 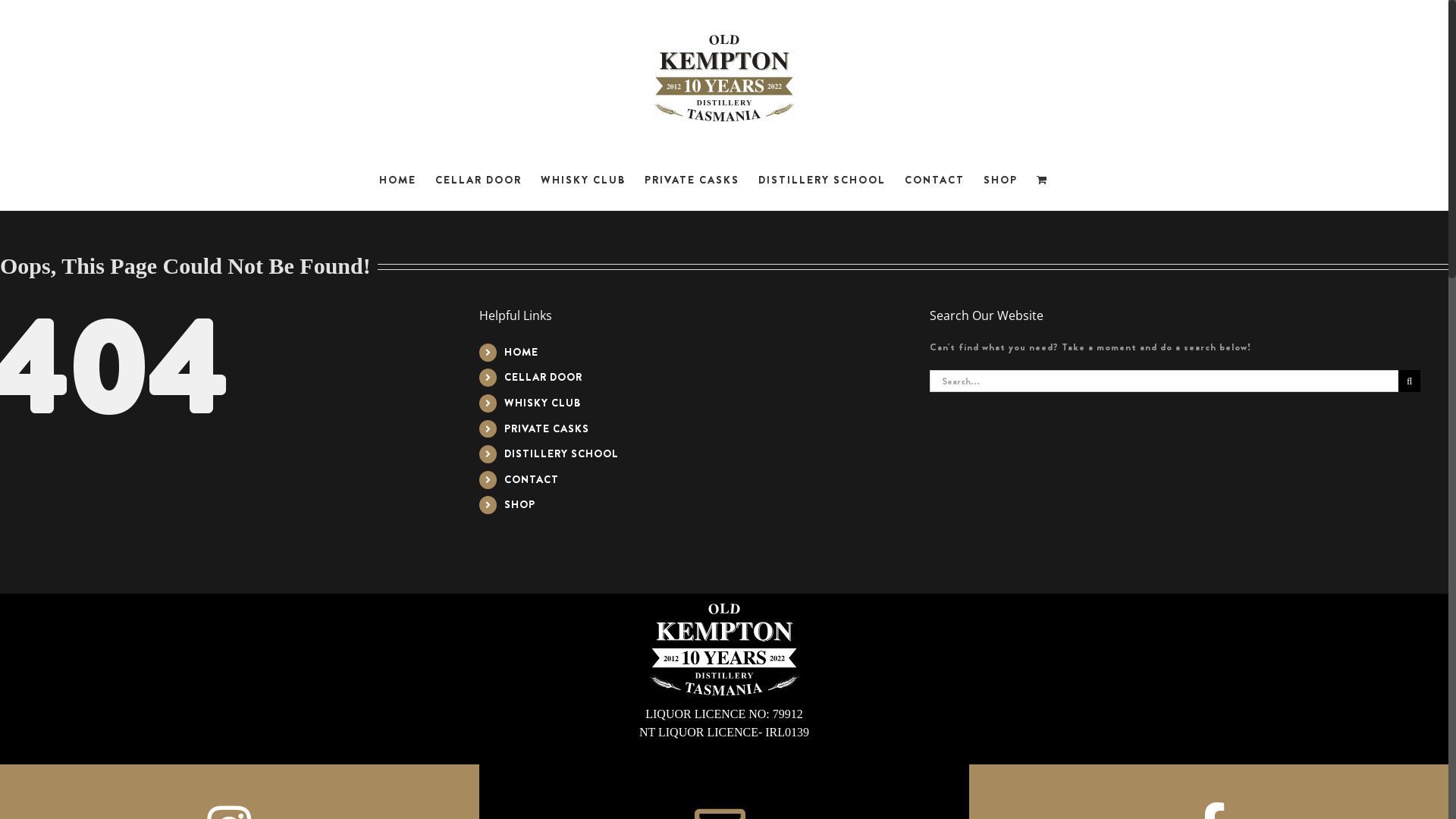 What do you see at coordinates (531, 479) in the screenshot?
I see `'CONTACT'` at bounding box center [531, 479].